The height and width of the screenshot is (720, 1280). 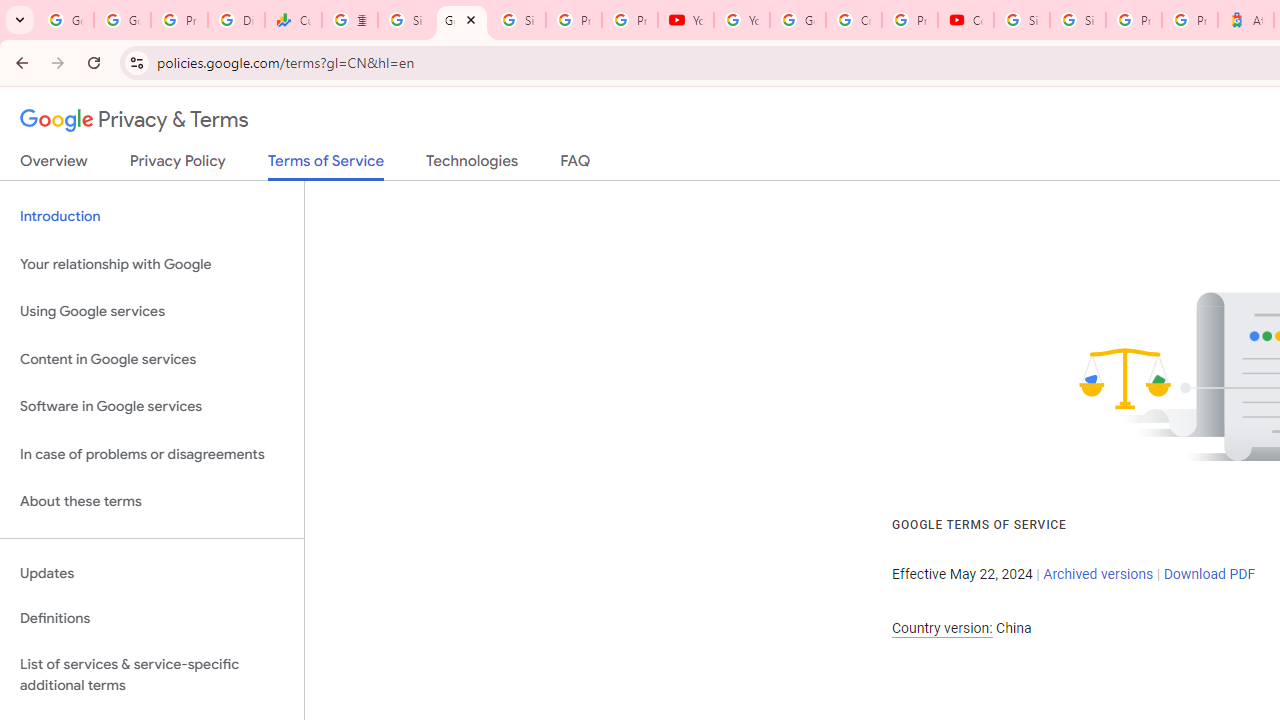 What do you see at coordinates (151, 358) in the screenshot?
I see `'Content in Google services'` at bounding box center [151, 358].